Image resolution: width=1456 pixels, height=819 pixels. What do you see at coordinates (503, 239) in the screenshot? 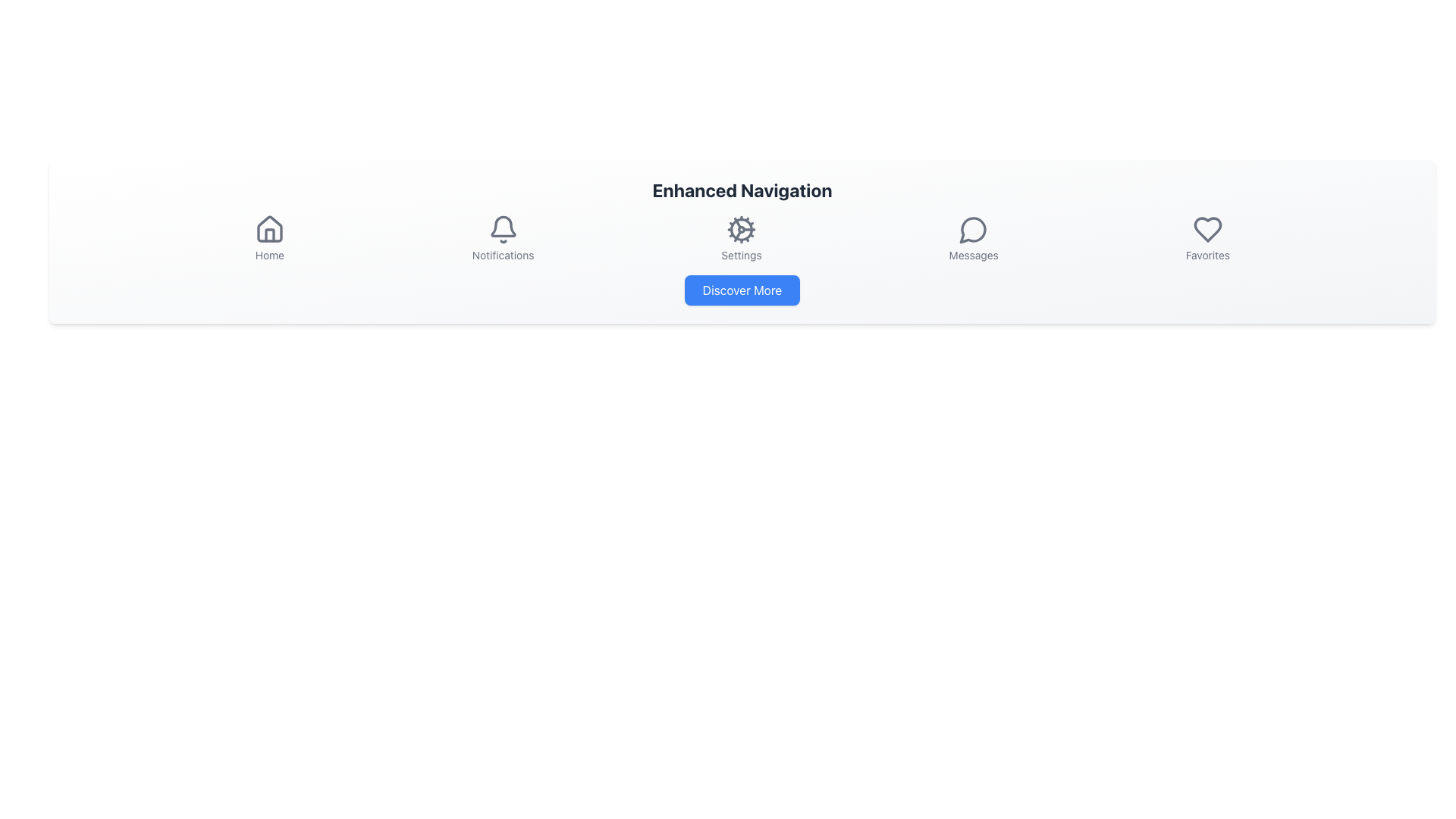
I see `the bell-shaped notification icon with the text 'Notifications' beneath it` at bounding box center [503, 239].